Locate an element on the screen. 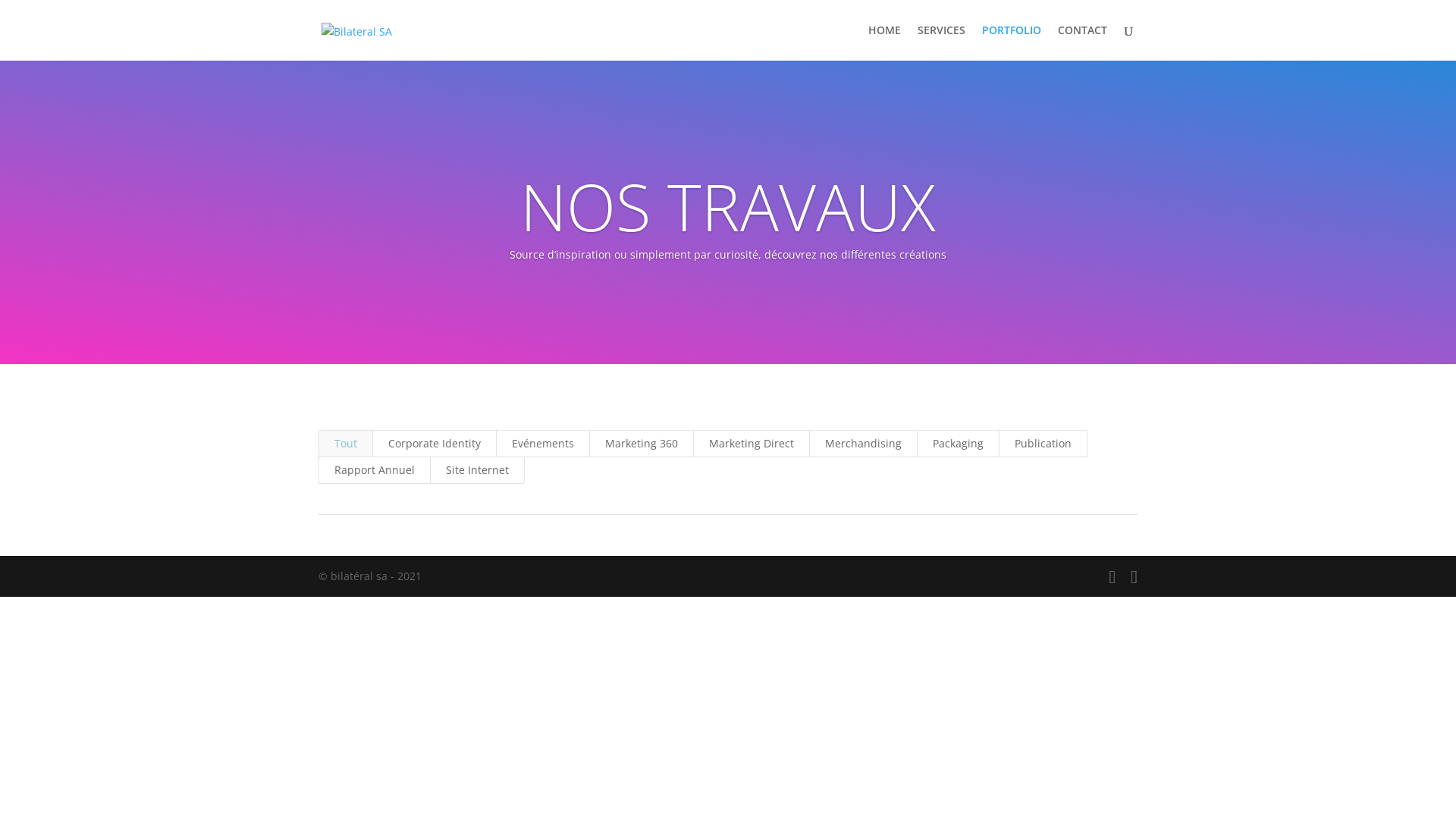 The height and width of the screenshot is (819, 1456). 'Marketing 360' is located at coordinates (588, 444).